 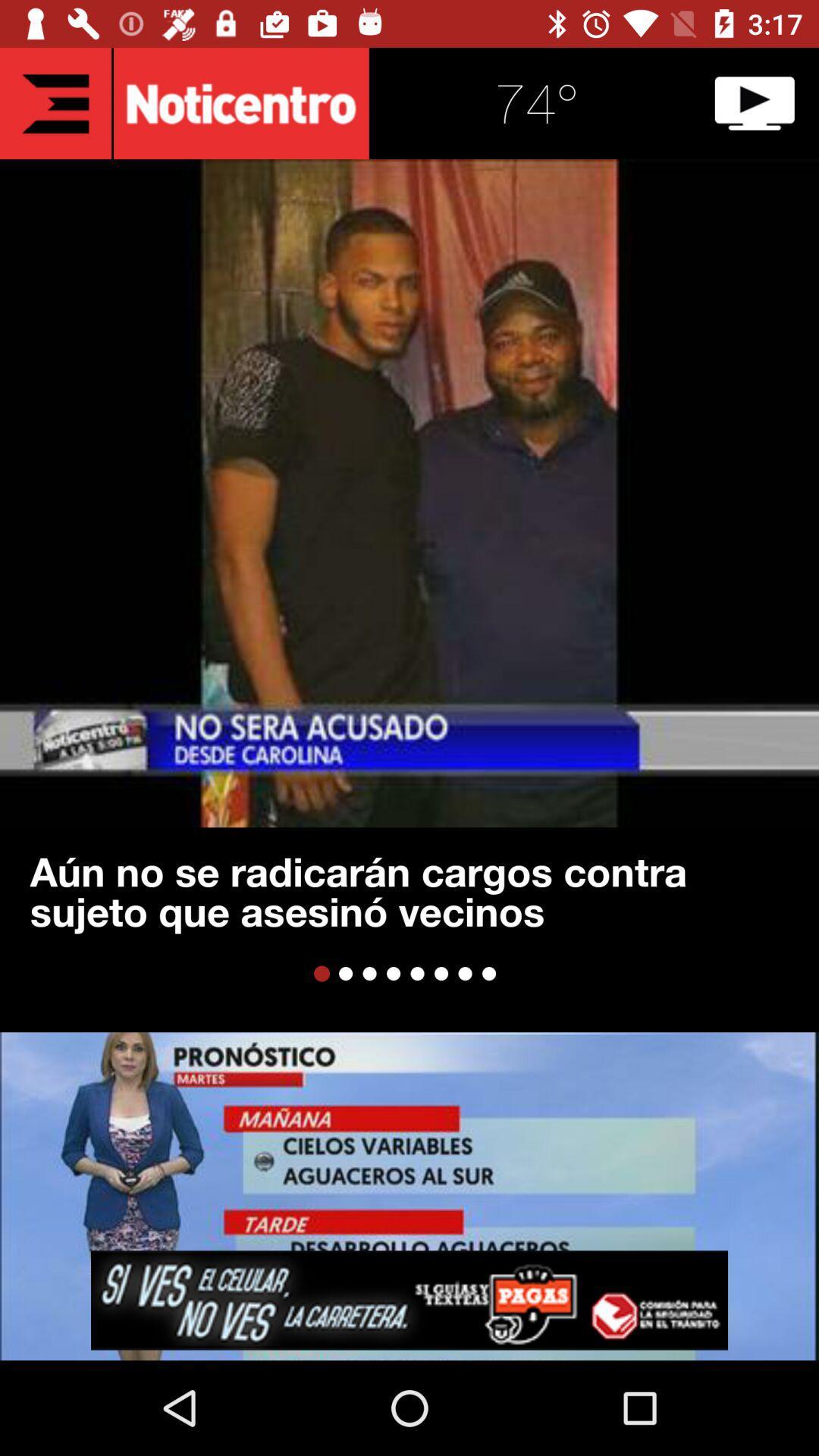 I want to click on next program, so click(x=755, y=102).